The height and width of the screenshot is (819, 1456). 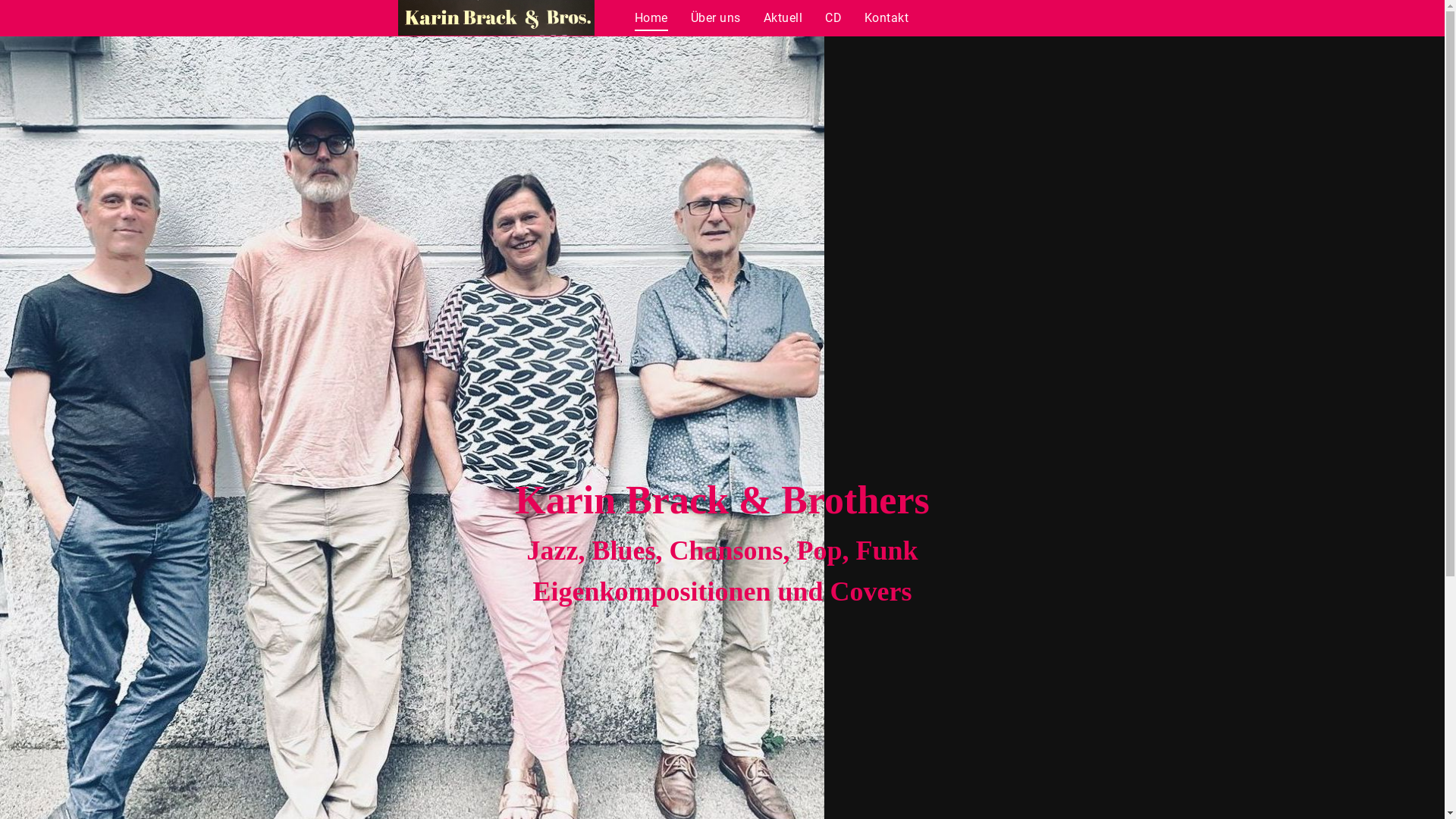 What do you see at coordinates (783, 17) in the screenshot?
I see `'Aktuell'` at bounding box center [783, 17].